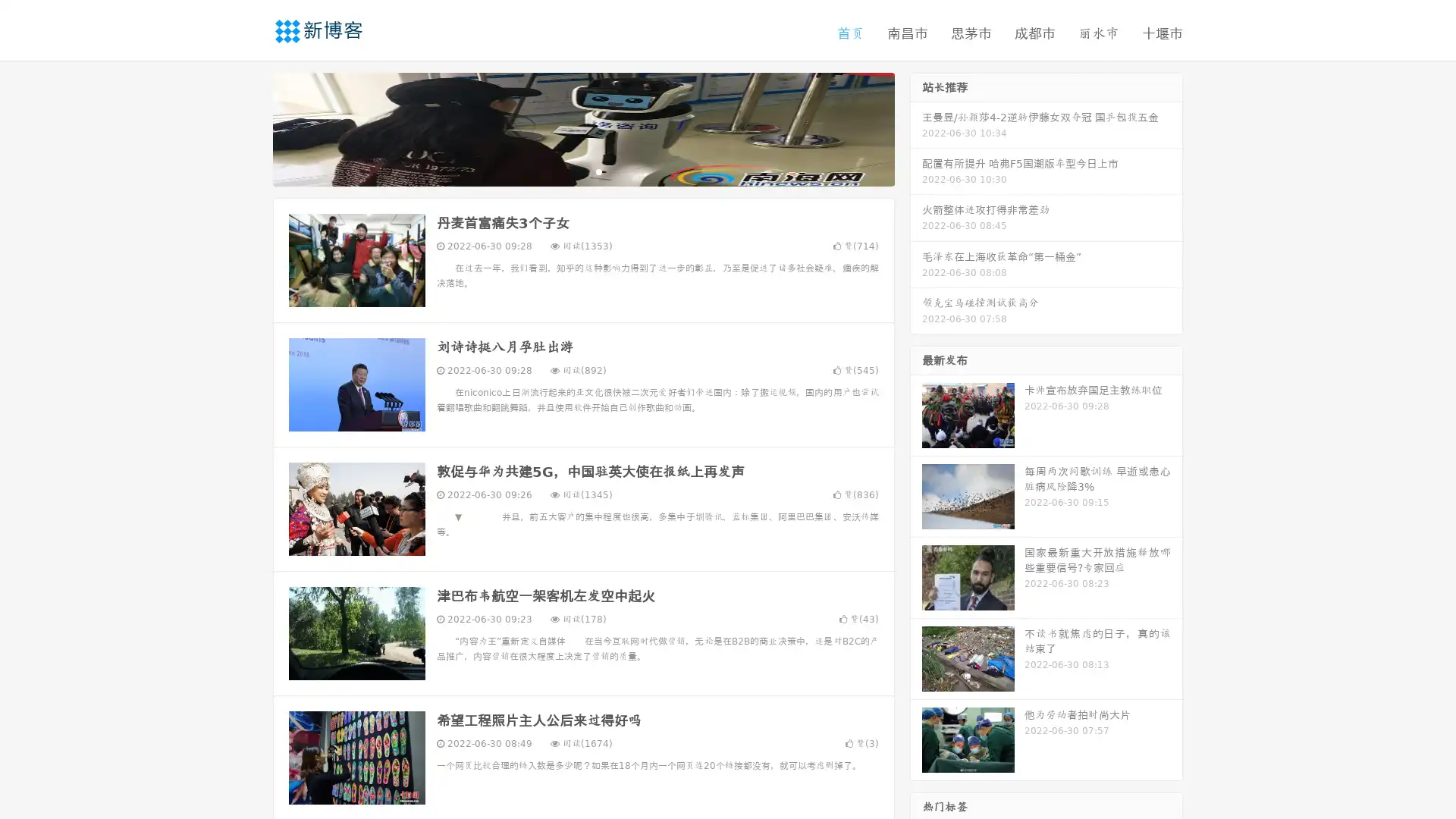  What do you see at coordinates (598, 171) in the screenshot?
I see `Go to slide 3` at bounding box center [598, 171].